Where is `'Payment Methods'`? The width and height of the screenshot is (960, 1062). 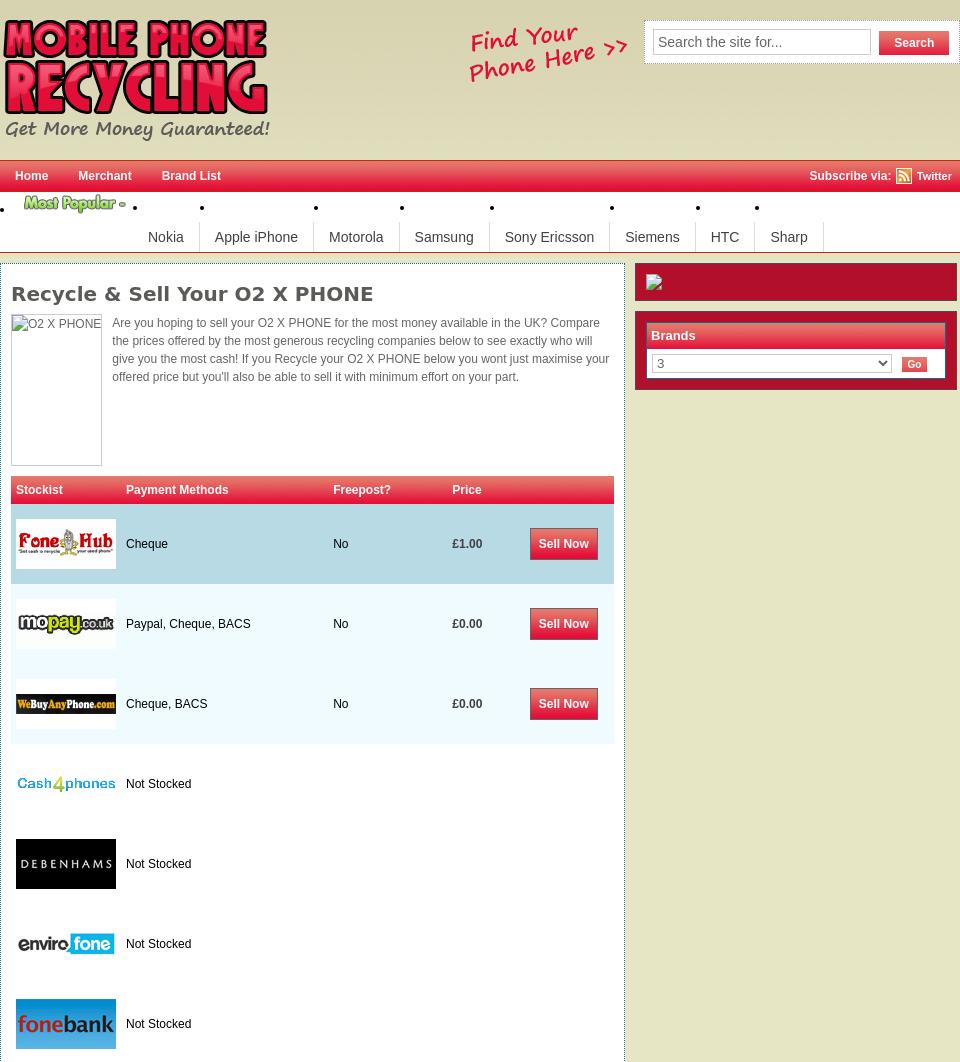 'Payment Methods' is located at coordinates (176, 489).